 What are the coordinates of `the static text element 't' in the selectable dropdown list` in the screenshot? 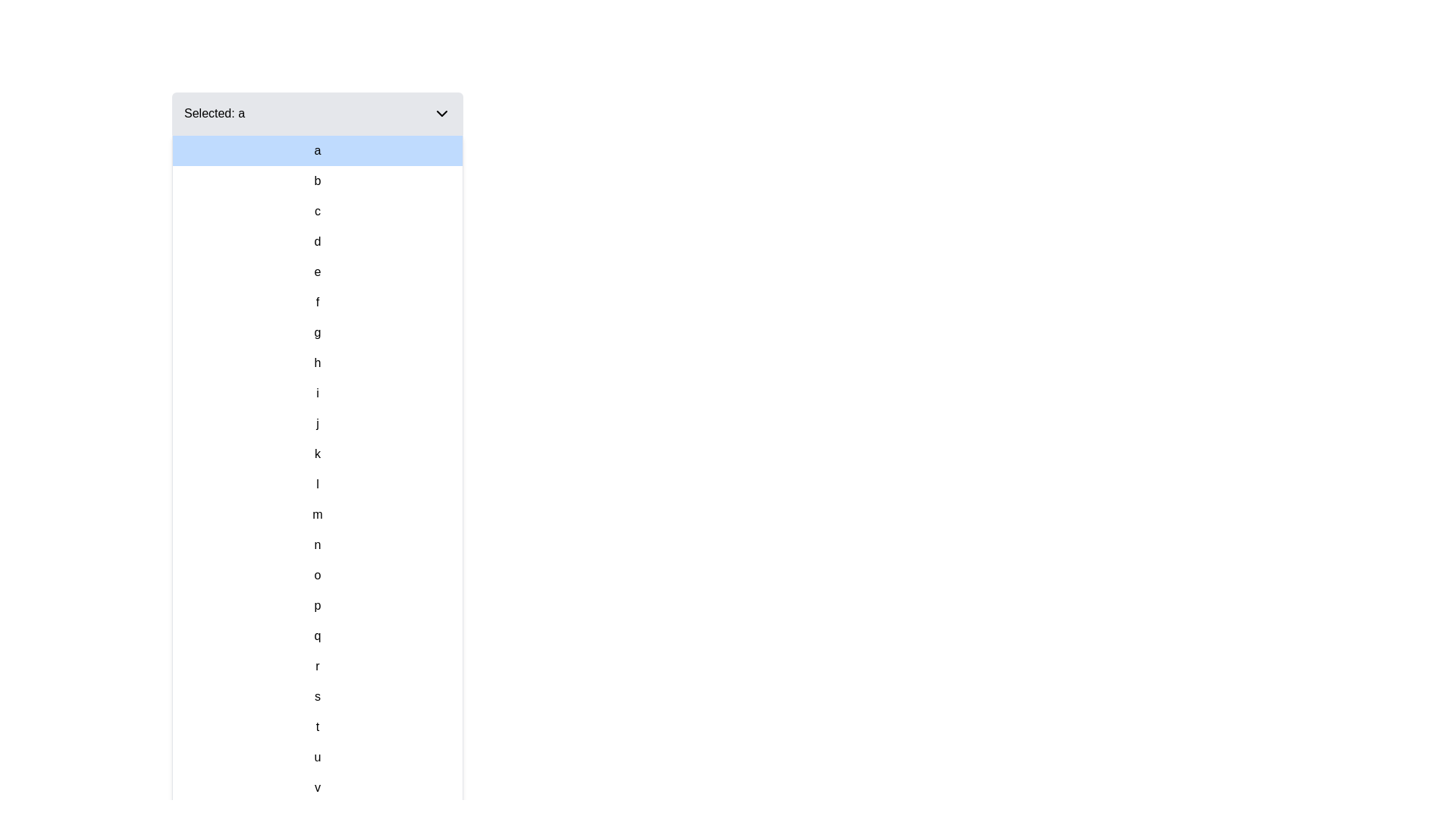 It's located at (316, 726).